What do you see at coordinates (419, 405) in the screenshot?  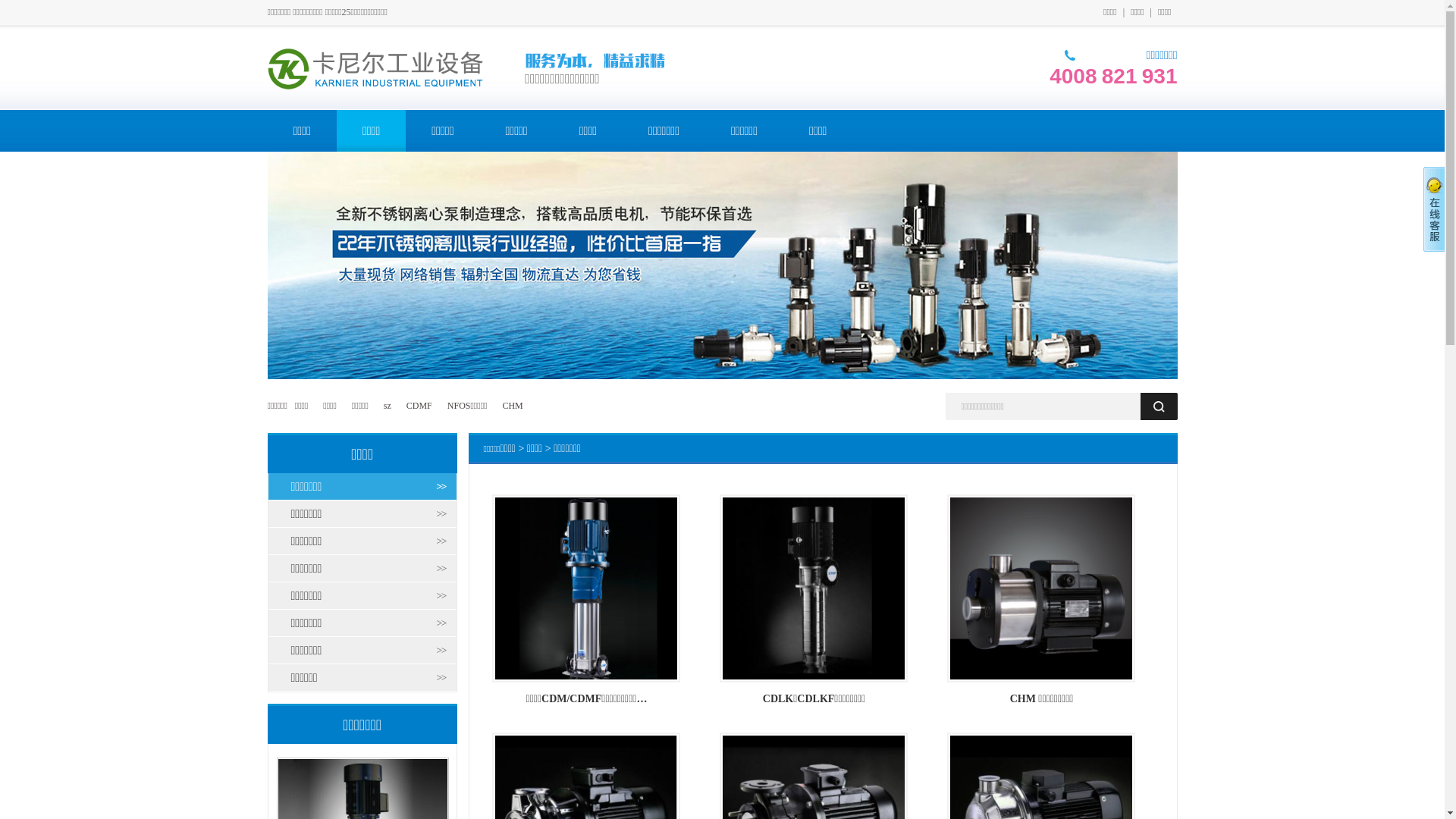 I see `'CDMF'` at bounding box center [419, 405].